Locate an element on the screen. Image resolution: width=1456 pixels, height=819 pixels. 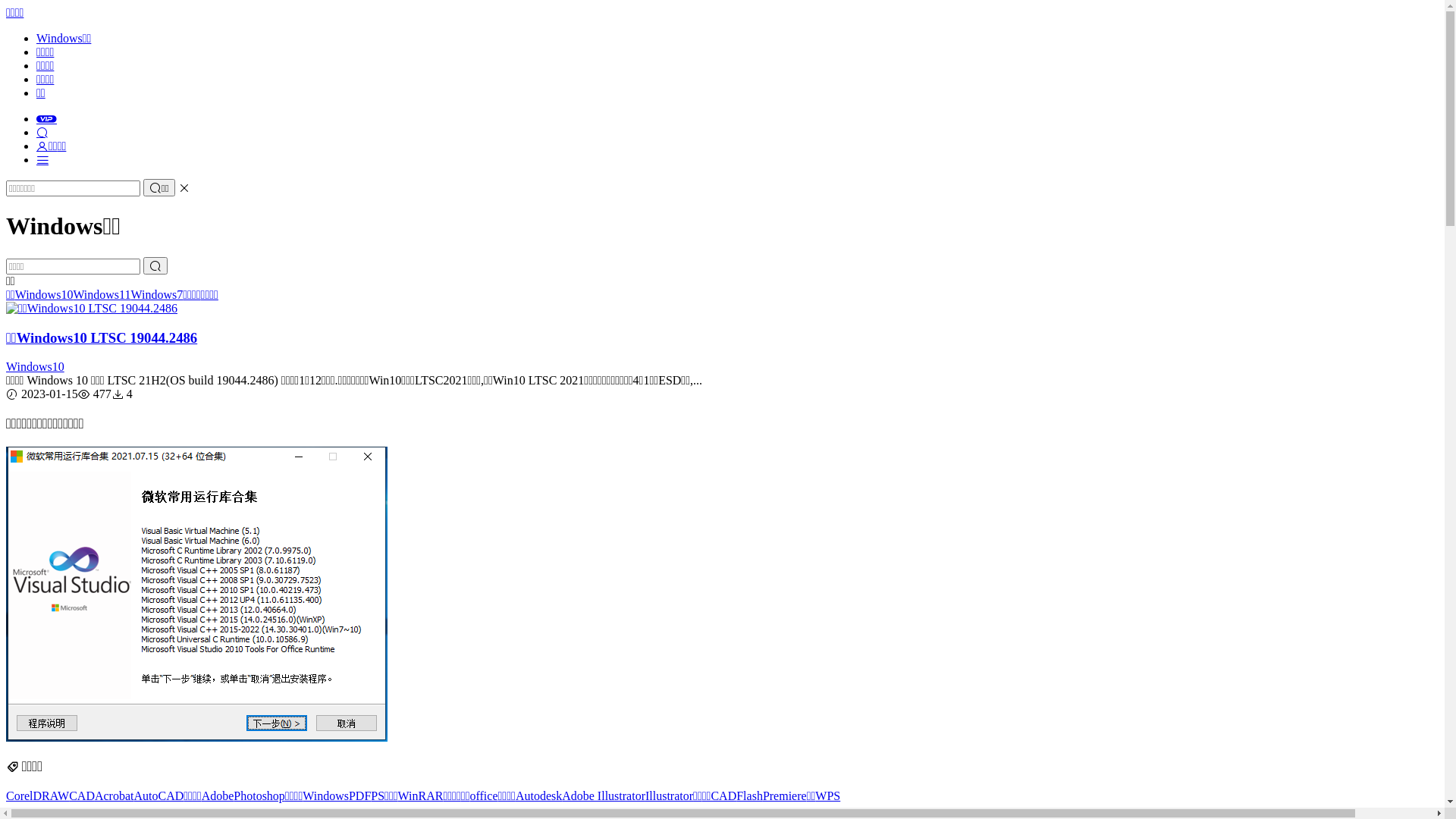
'CAD' is located at coordinates (81, 795).